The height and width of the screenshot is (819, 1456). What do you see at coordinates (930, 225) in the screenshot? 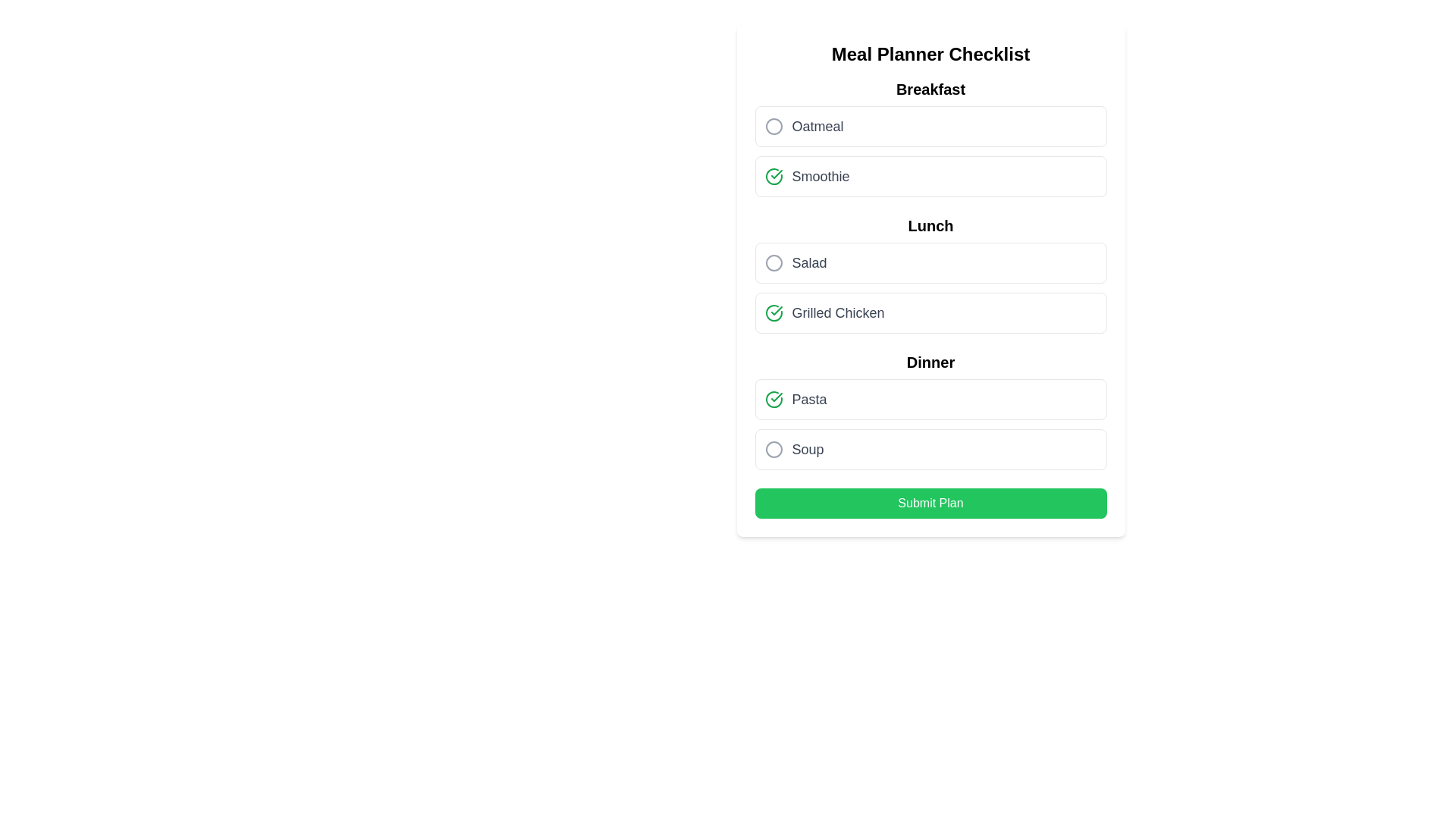
I see `the Text Label displaying 'Lunch', which is styled in bold and larger font, positioned centrally below the Breakfast section` at bounding box center [930, 225].